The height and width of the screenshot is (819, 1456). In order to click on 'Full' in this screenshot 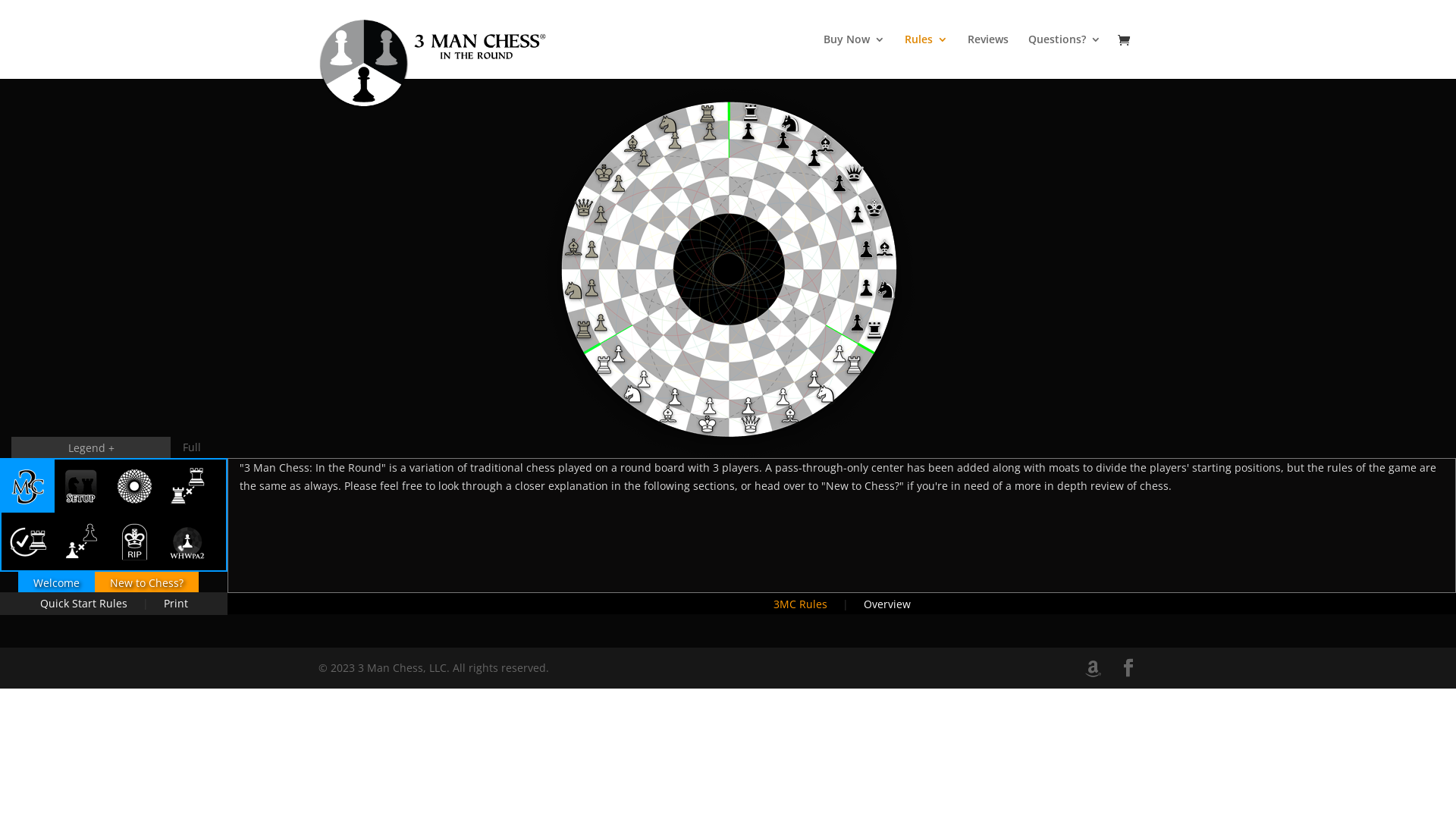, I will do `click(191, 447)`.